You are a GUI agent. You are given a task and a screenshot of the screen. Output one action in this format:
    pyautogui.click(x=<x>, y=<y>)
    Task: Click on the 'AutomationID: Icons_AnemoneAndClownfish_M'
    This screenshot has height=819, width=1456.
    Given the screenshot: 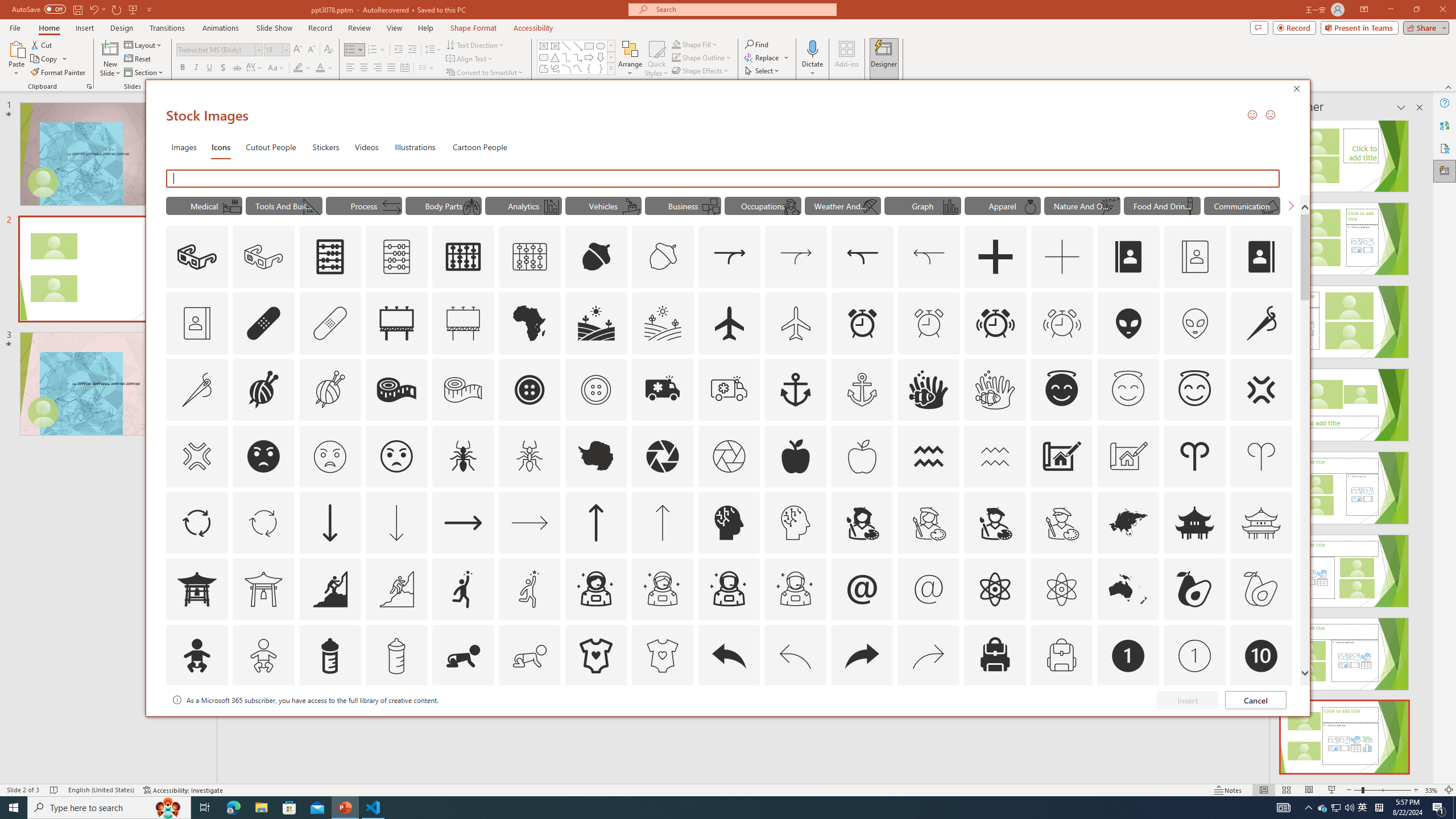 What is the action you would take?
    pyautogui.click(x=995, y=390)
    